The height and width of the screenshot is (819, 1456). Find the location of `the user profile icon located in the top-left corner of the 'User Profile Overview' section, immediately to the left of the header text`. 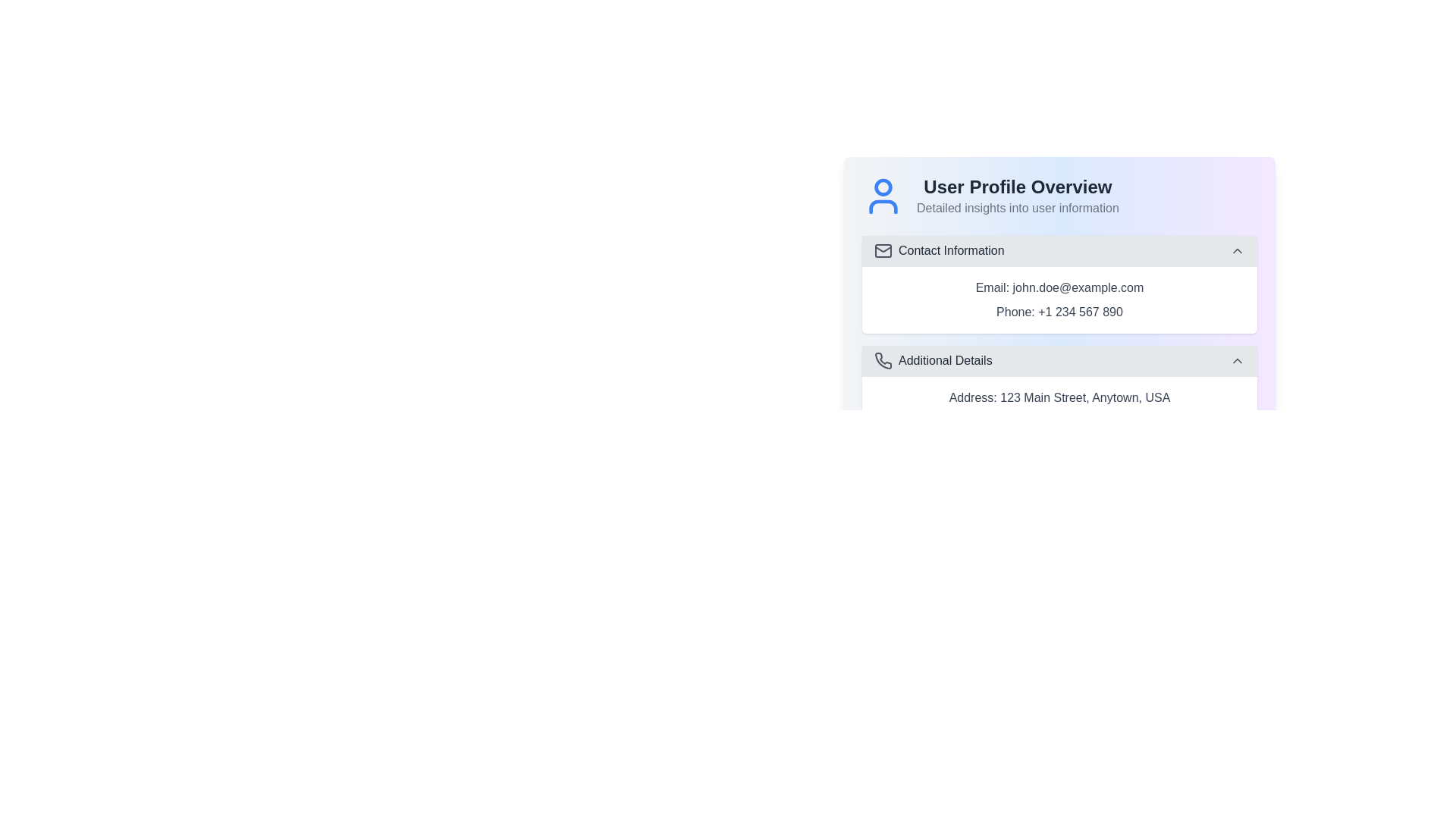

the user profile icon located in the top-left corner of the 'User Profile Overview' section, immediately to the left of the header text is located at coordinates (883, 195).